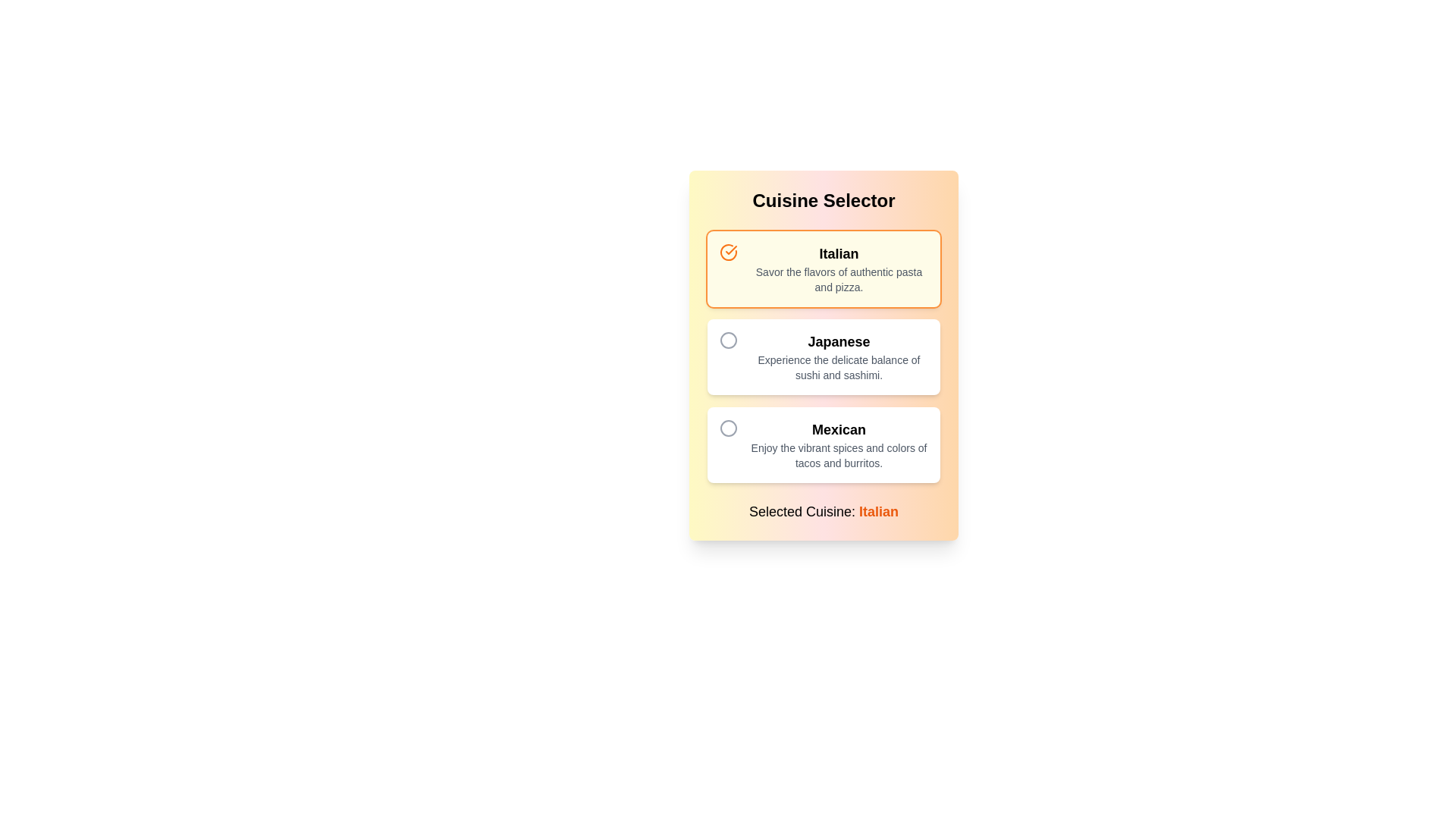 The image size is (1456, 819). I want to click on the text label that displays 'Selected Cuisine: Italian', which is styled with 'Italian' in bold orange font, indicating the selected cuisine below the cuisine selection boxes, so click(823, 512).